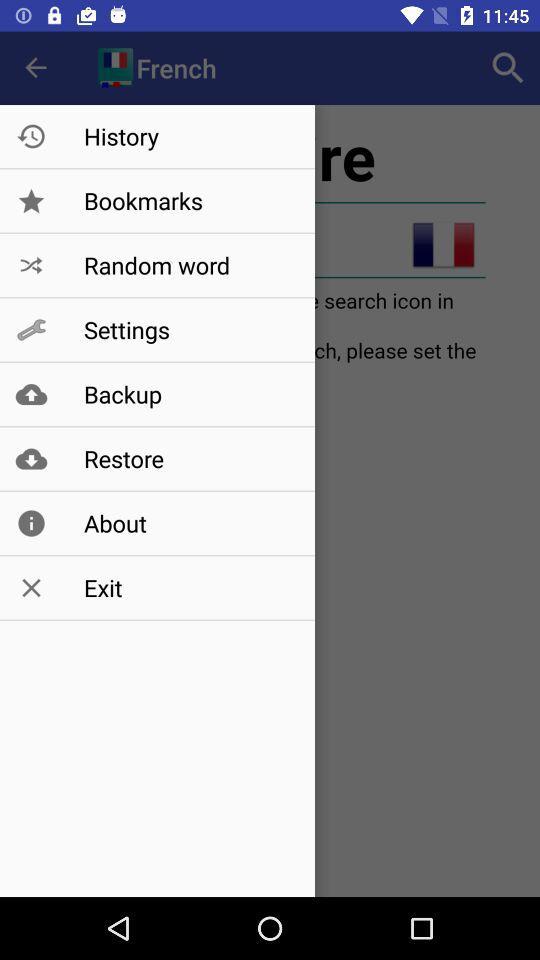  Describe the element at coordinates (189, 135) in the screenshot. I see `the history` at that location.